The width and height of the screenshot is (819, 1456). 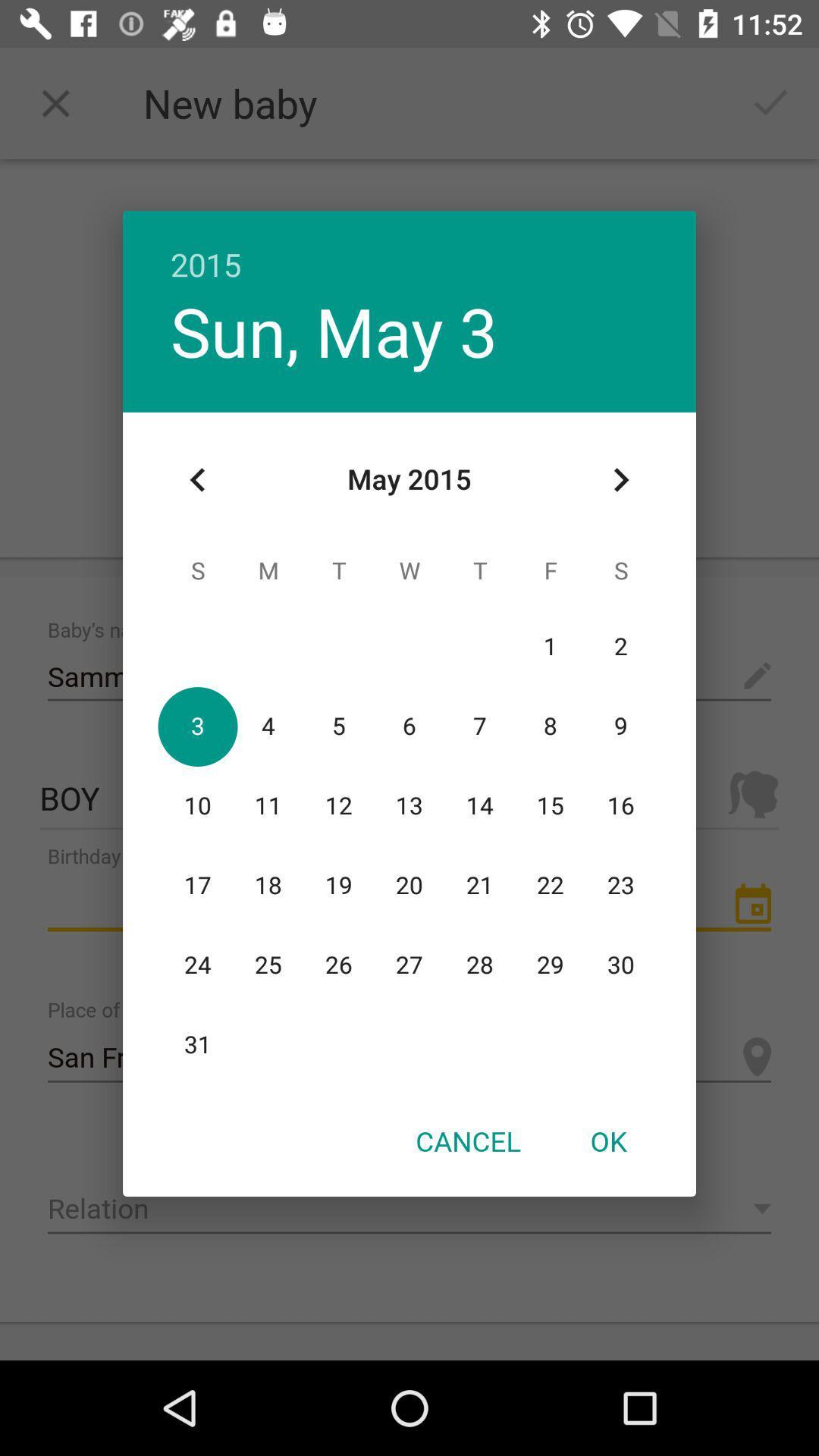 I want to click on the ok, so click(x=607, y=1141).